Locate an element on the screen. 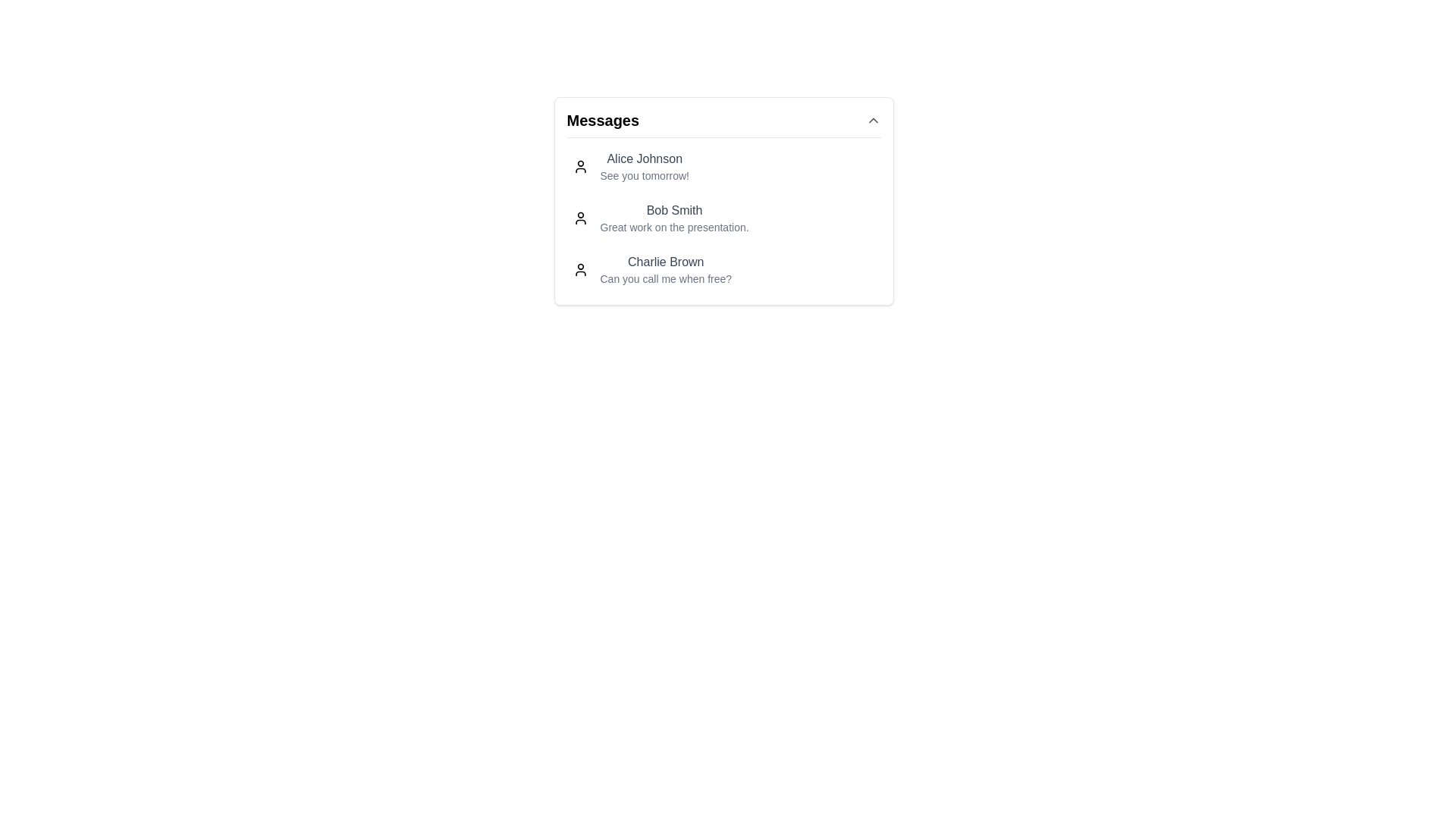 This screenshot has width=1456, height=819. the user profile icon representing 'Charlie Brown' located to the left of the message text in the third item of the 'Messages' section is located at coordinates (579, 268).